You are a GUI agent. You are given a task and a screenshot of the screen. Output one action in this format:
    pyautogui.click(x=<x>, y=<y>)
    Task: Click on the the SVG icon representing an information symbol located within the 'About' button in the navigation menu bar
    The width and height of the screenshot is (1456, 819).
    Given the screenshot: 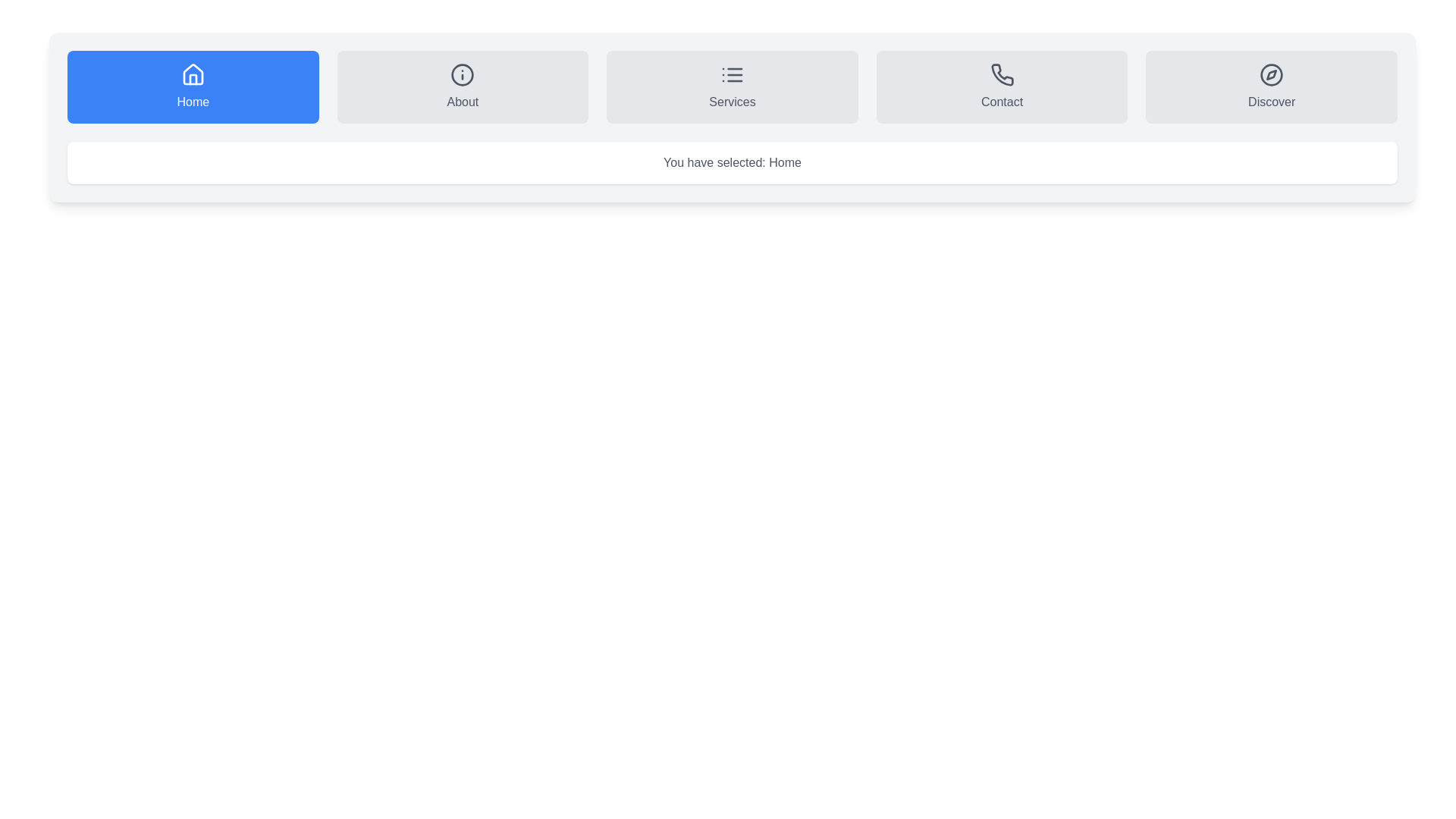 What is the action you would take?
    pyautogui.click(x=462, y=75)
    